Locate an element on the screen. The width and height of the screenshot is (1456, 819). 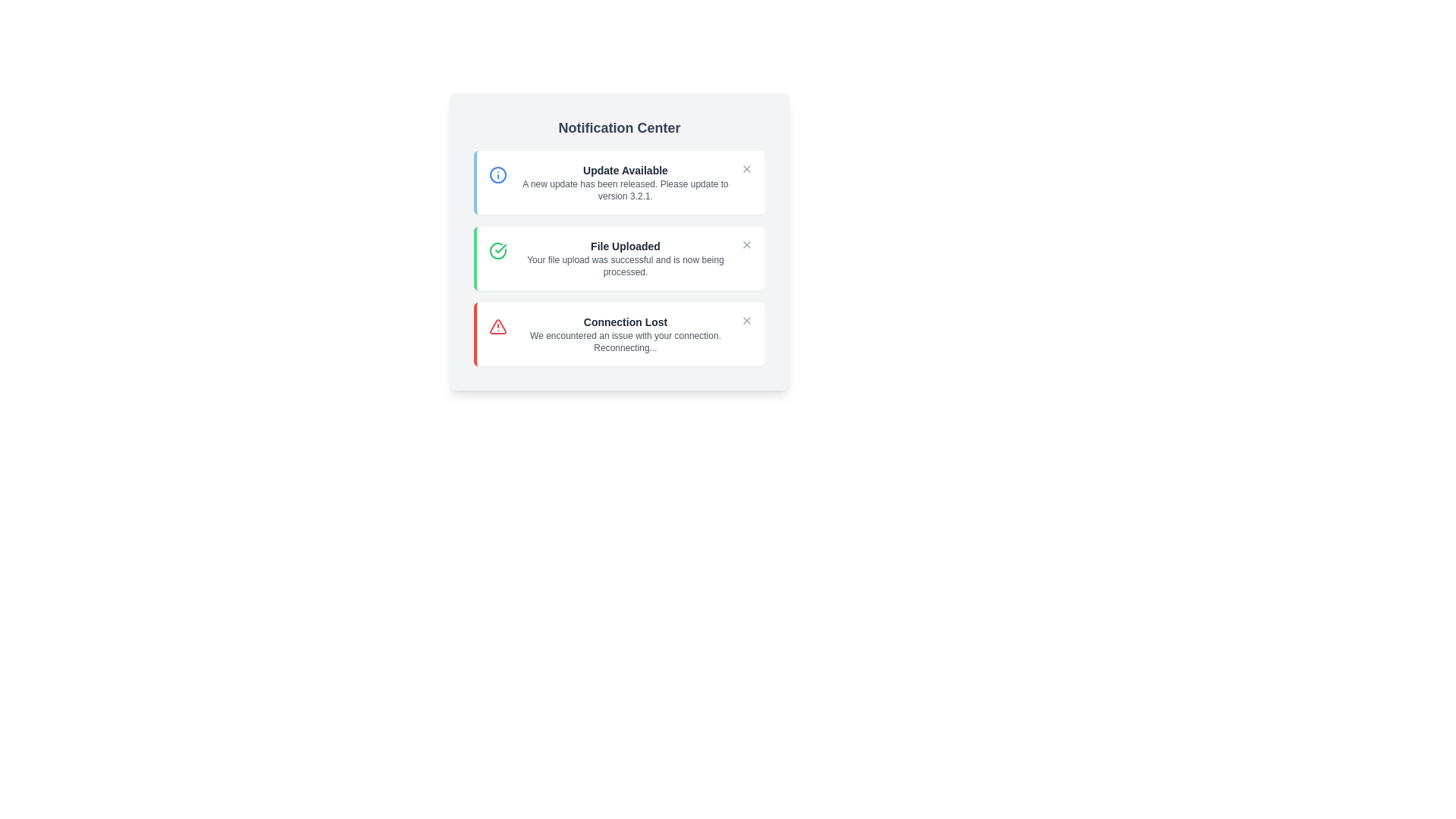
the Close button located in the top-right corner of the 'Connection Lost' notification card is located at coordinates (746, 320).